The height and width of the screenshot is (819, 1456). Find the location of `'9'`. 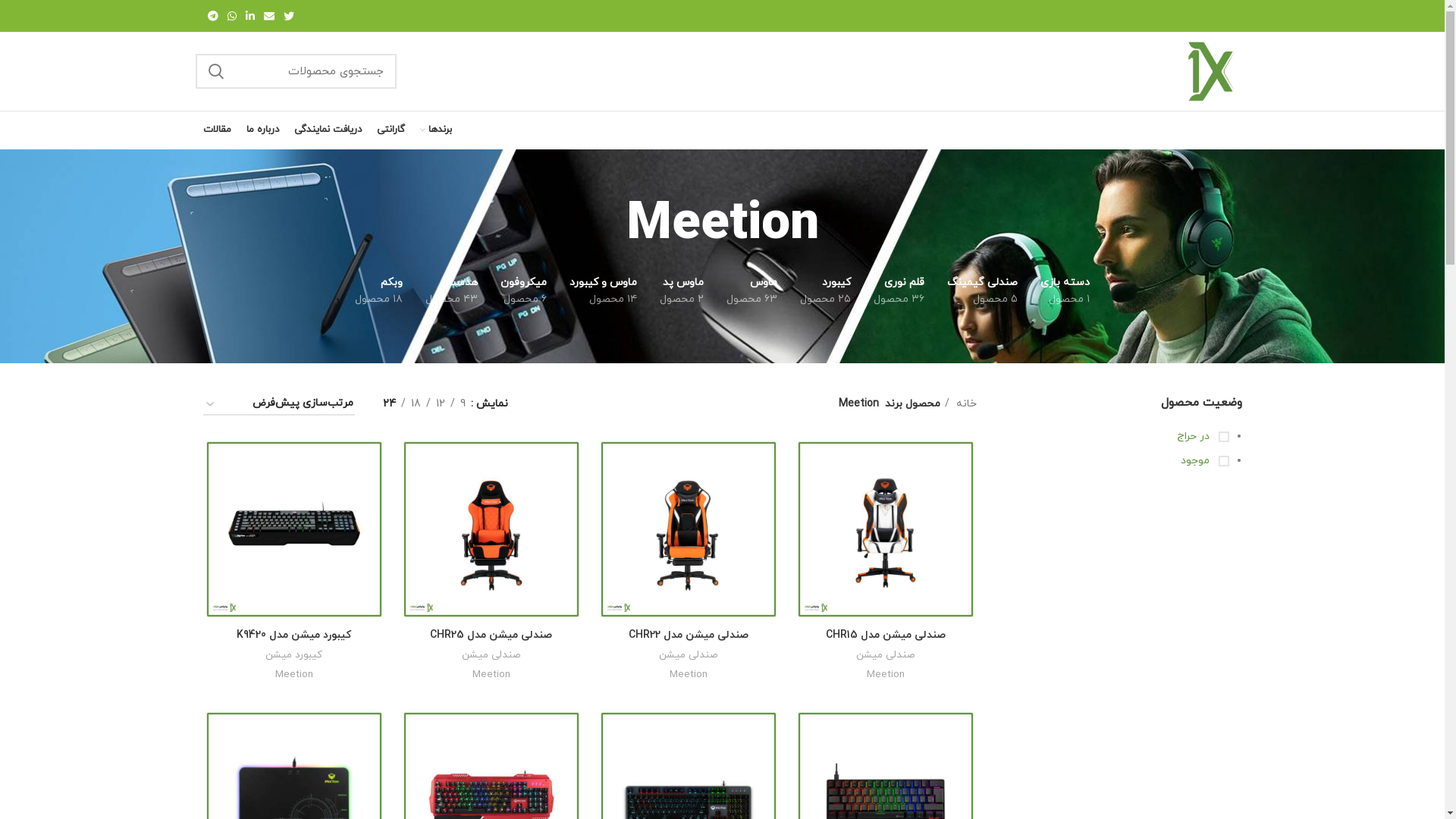

'9' is located at coordinates (462, 403).